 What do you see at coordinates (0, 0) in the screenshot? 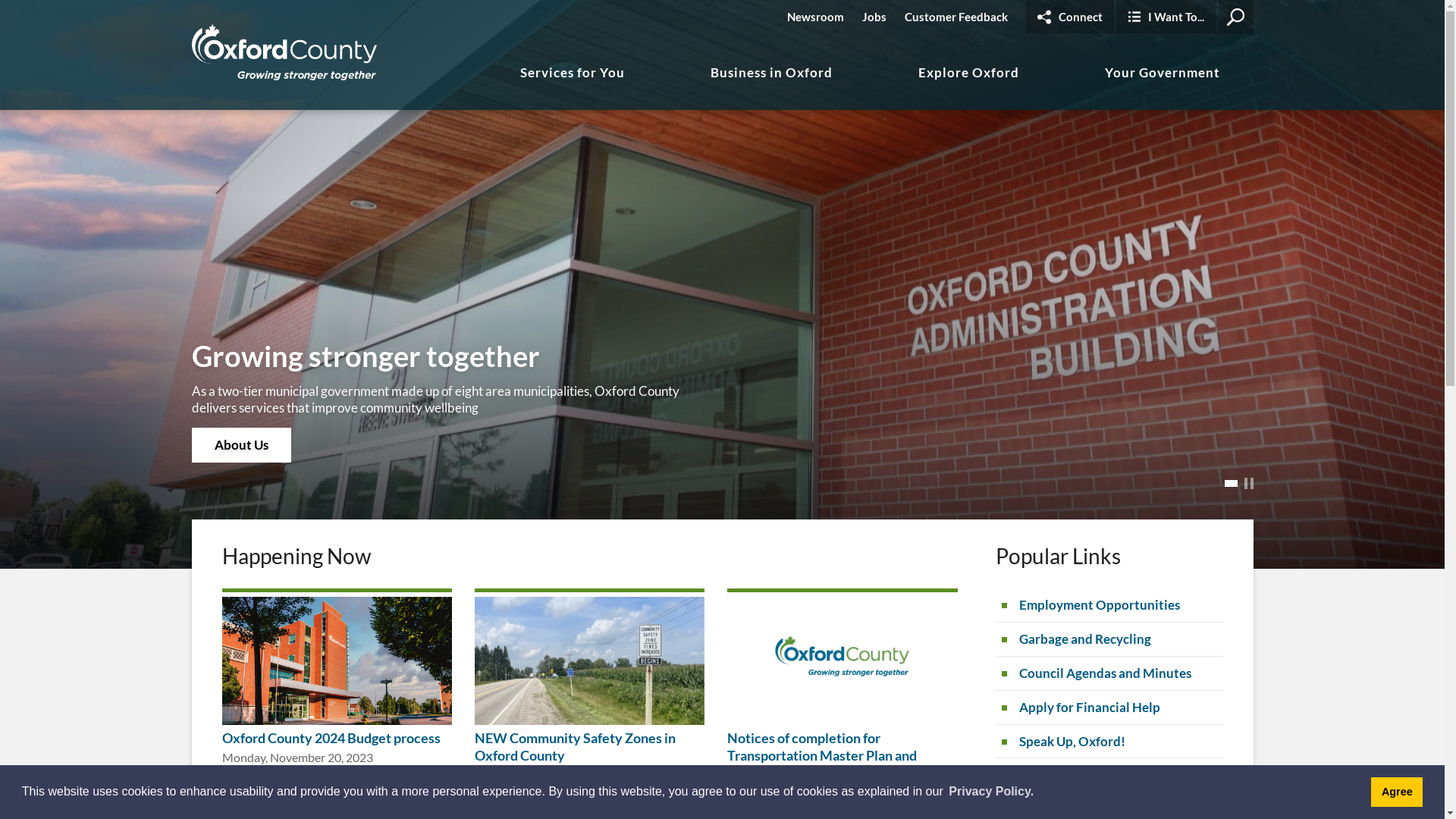
I see `'Skip to Content'` at bounding box center [0, 0].